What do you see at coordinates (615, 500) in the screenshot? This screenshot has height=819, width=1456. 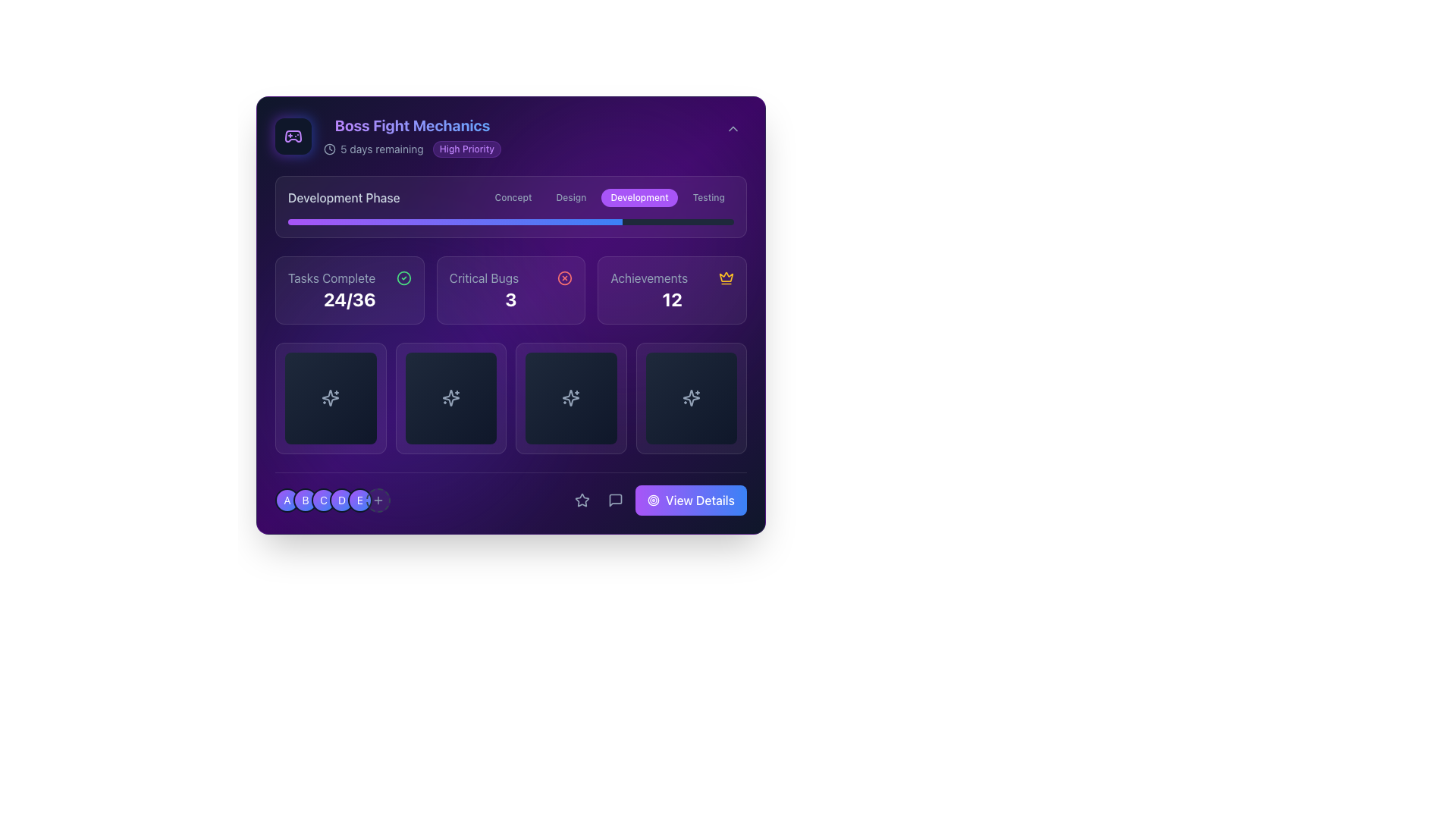 I see `the second interactive icon from the left, which is located to the left of the 'View Details' button` at bounding box center [615, 500].